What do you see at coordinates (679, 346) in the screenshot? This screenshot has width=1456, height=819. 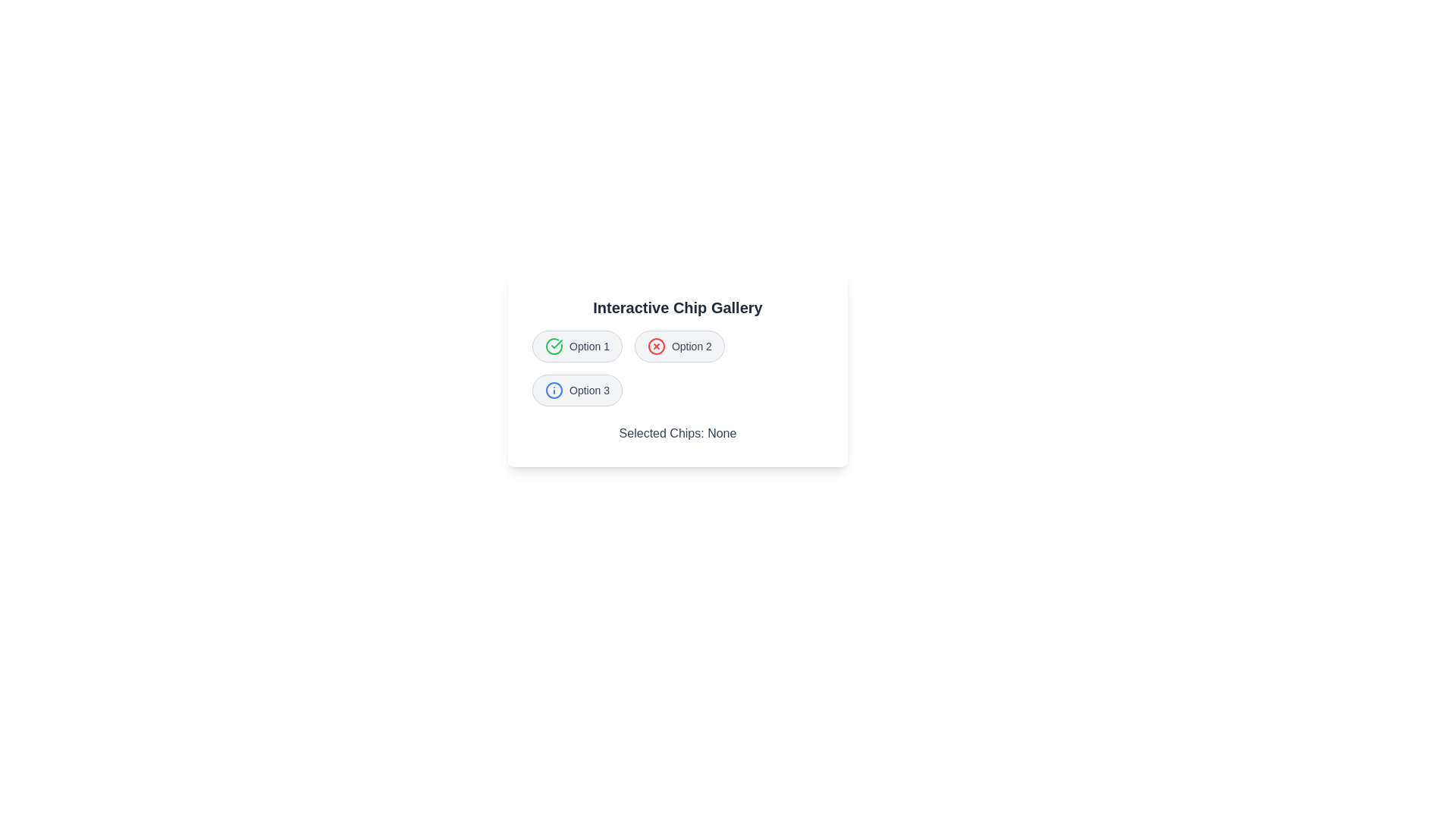 I see `the chip labeled Option 2 to observe its icon` at bounding box center [679, 346].